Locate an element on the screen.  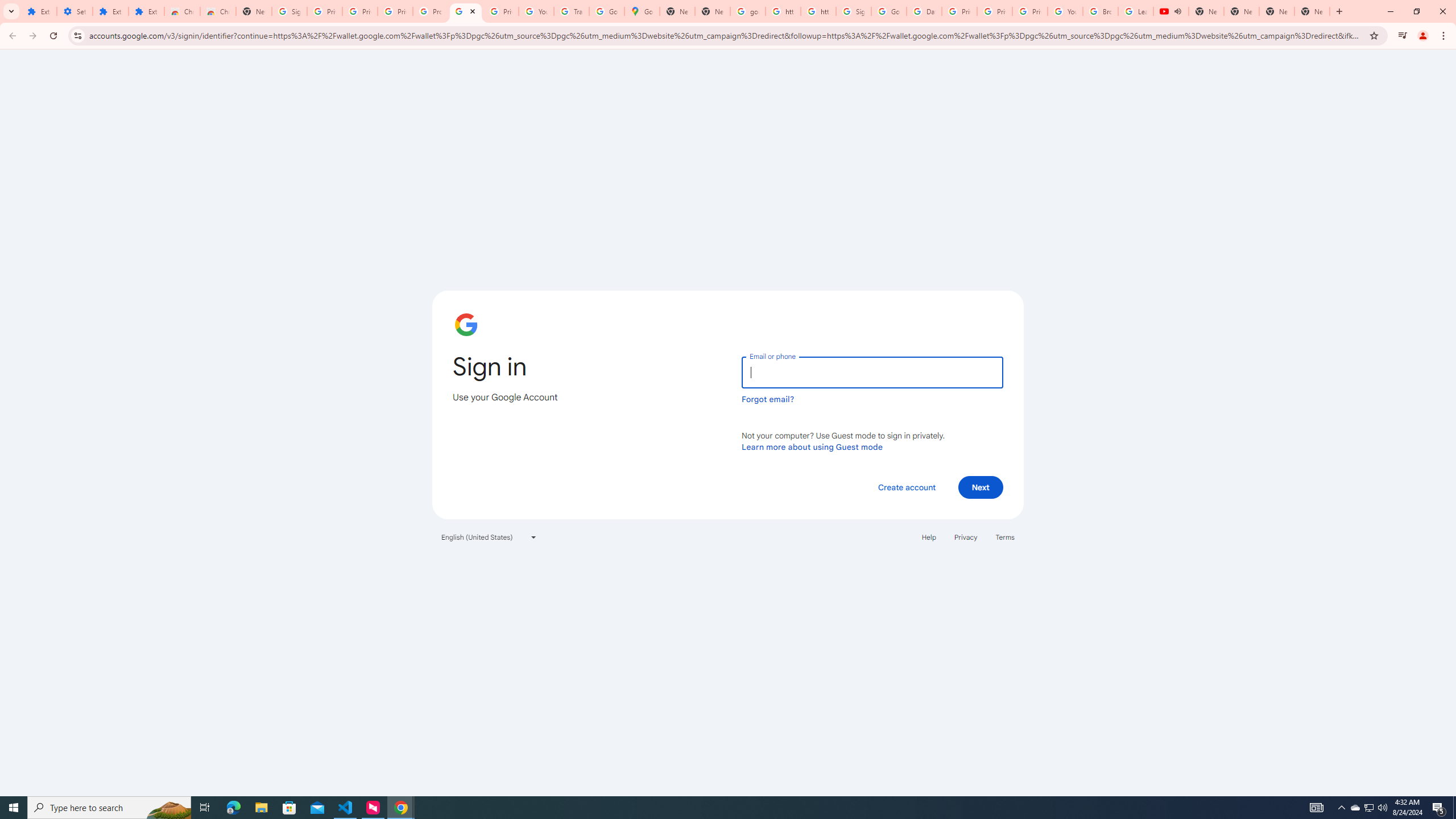
'Chrome Web Store' is located at coordinates (181, 11).